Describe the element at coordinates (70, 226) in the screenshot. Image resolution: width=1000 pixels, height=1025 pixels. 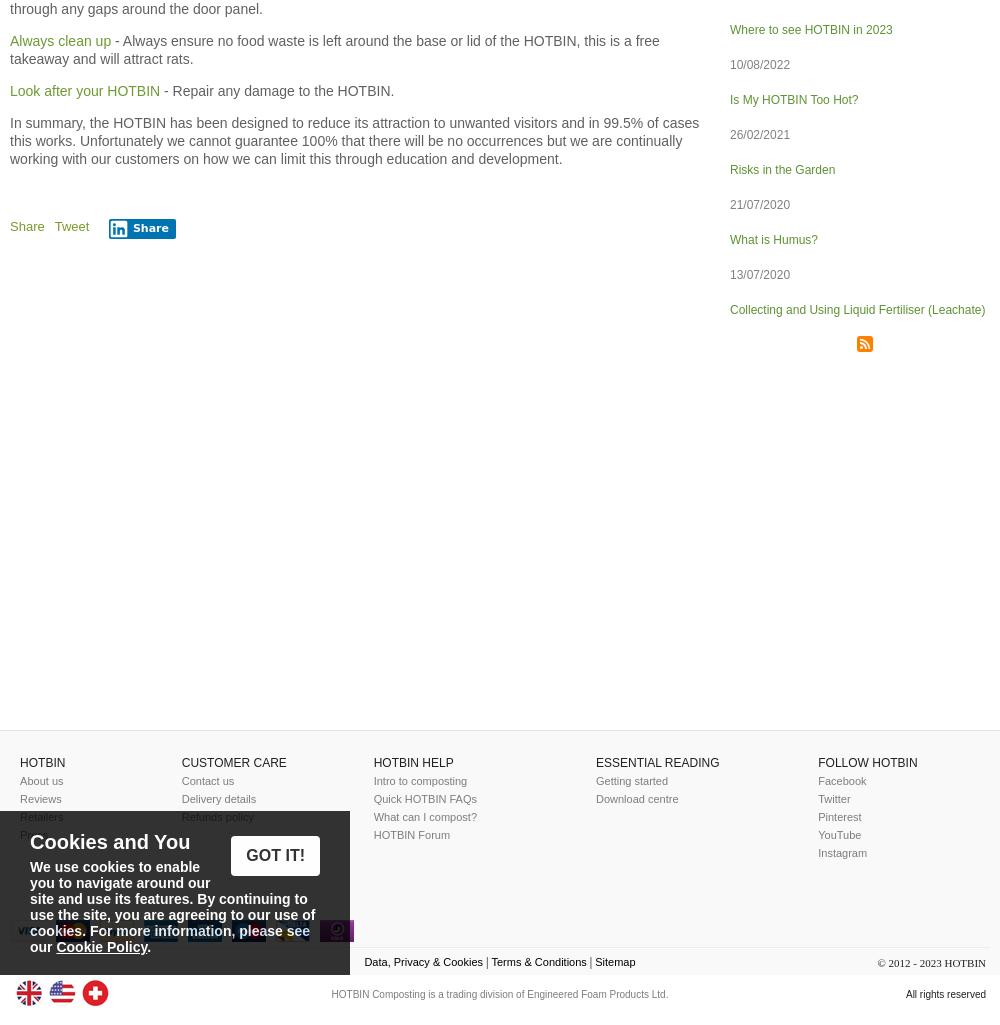
I see `'Tweet'` at that location.